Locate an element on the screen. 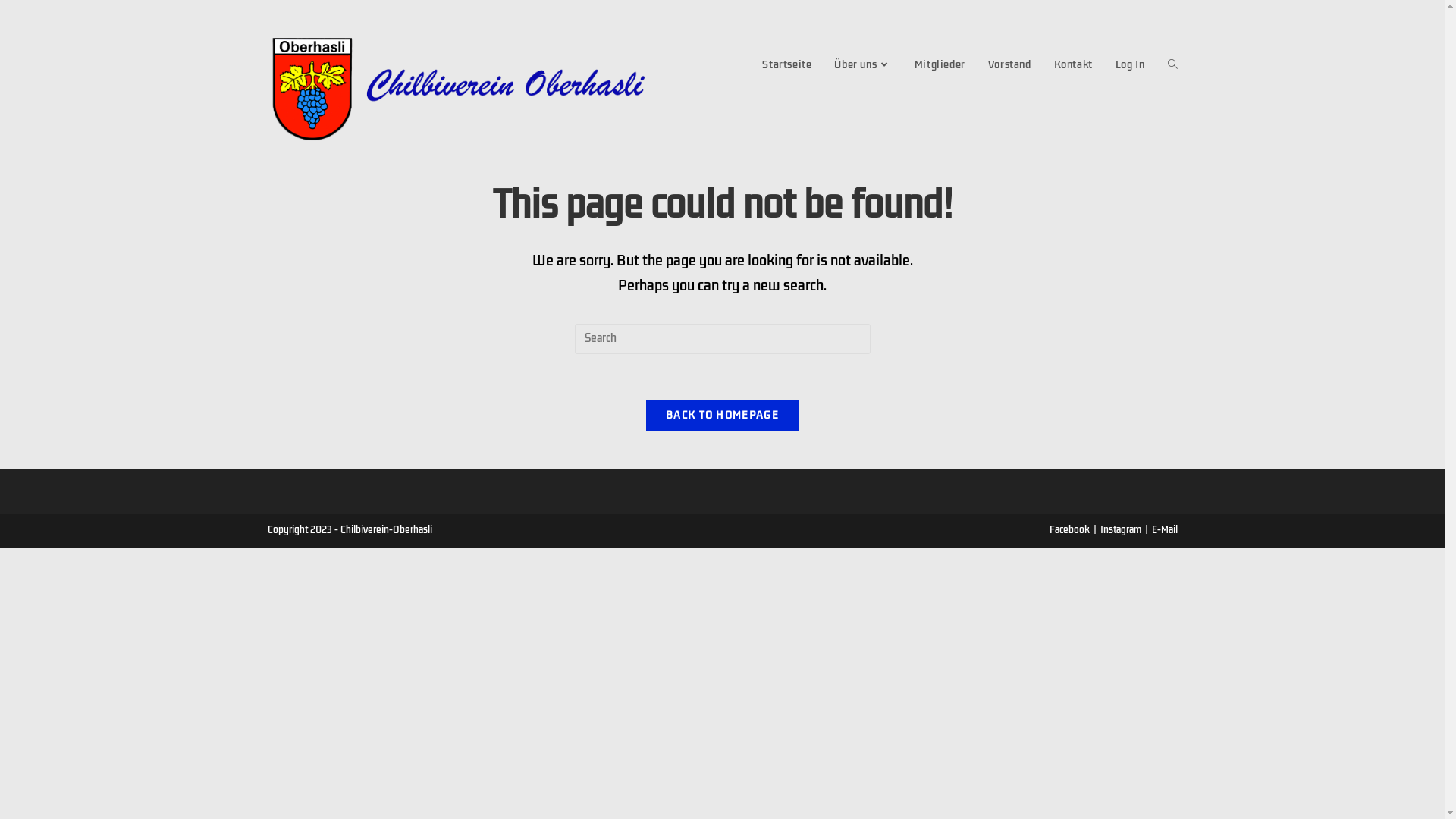 The image size is (1456, 819). 'Mitglieder' is located at coordinates (939, 63).